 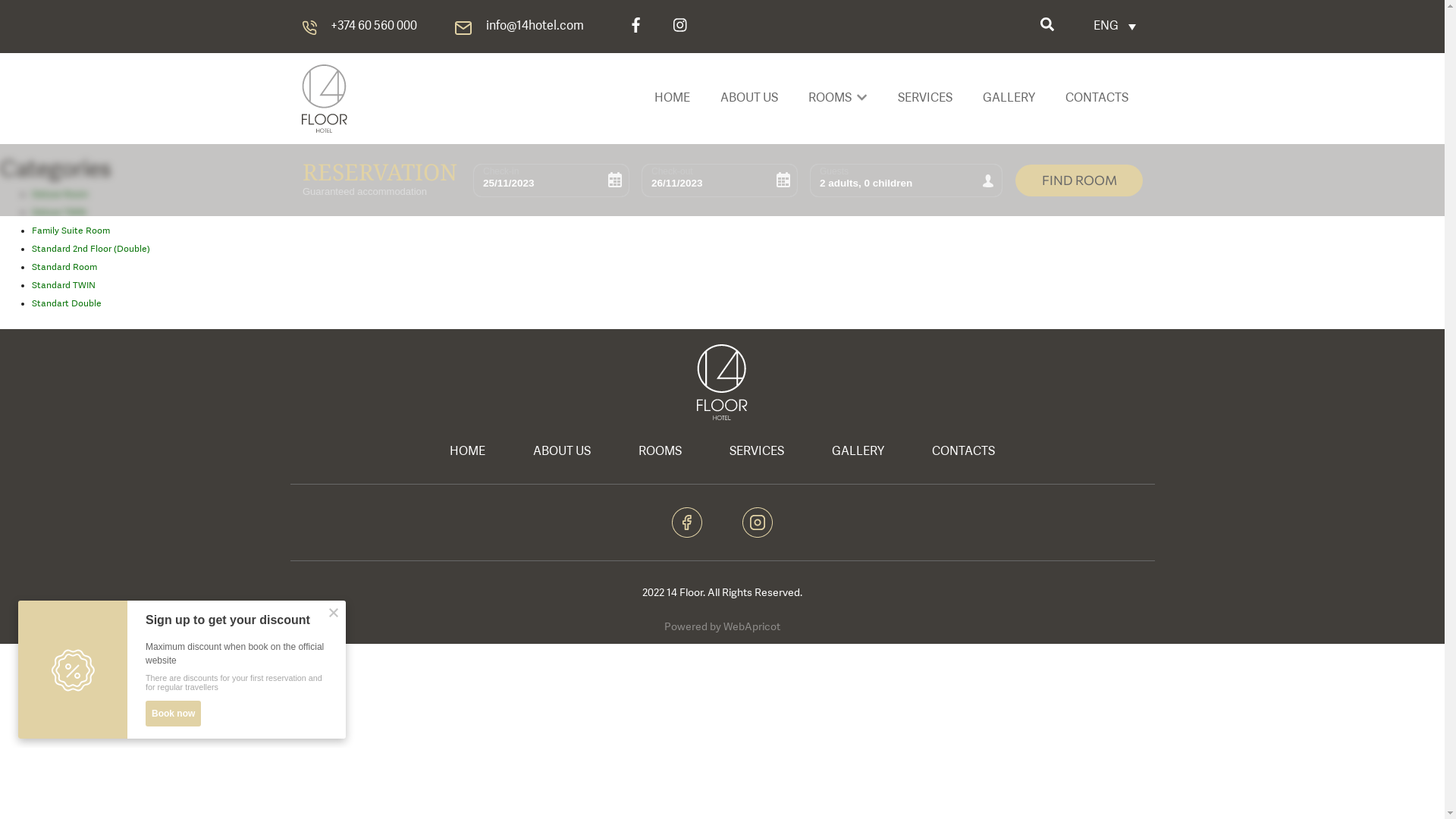 I want to click on '+374 60 560 000', so click(x=374, y=26).